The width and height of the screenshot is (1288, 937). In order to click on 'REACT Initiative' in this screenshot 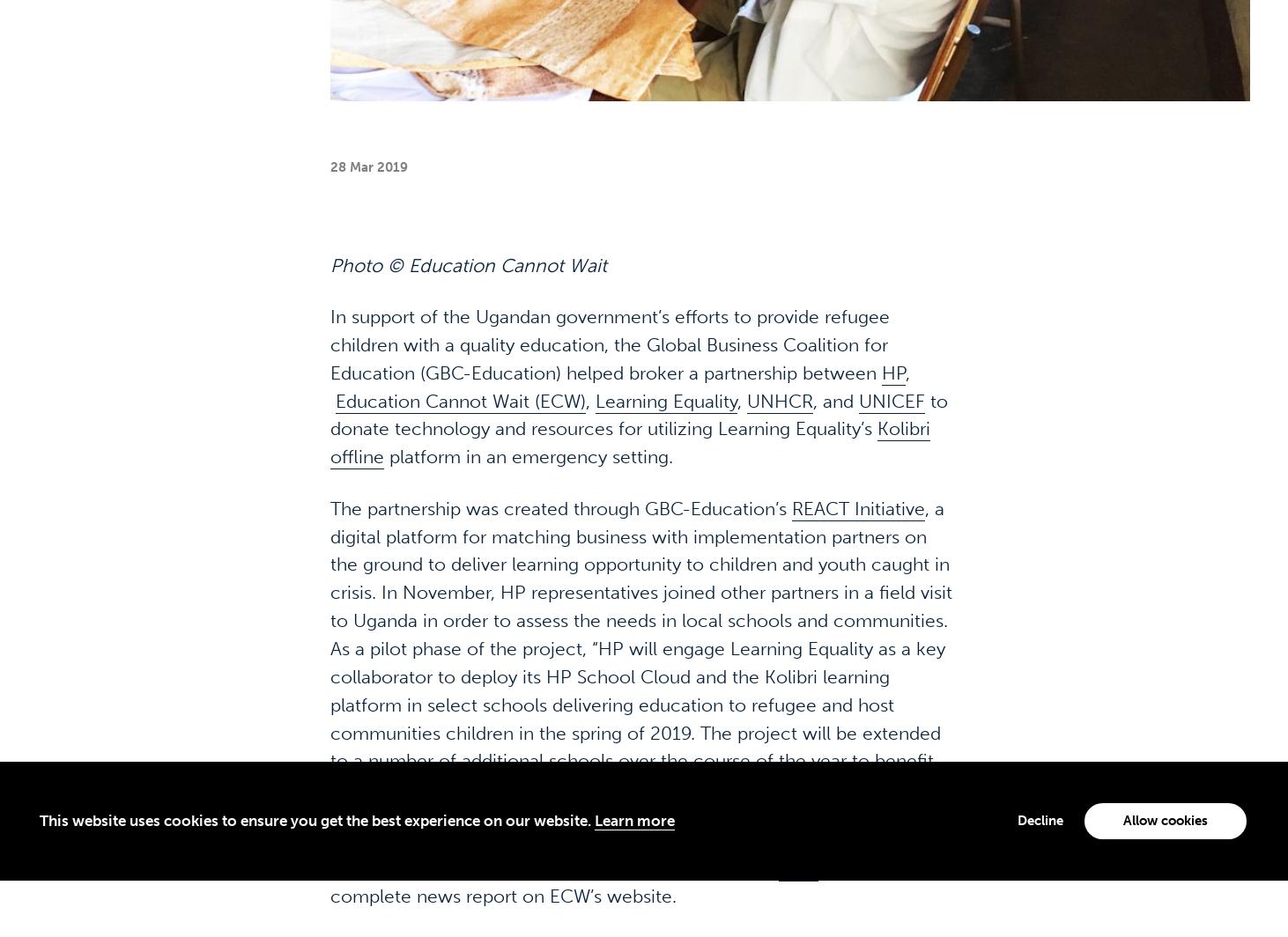, I will do `click(858, 451)`.